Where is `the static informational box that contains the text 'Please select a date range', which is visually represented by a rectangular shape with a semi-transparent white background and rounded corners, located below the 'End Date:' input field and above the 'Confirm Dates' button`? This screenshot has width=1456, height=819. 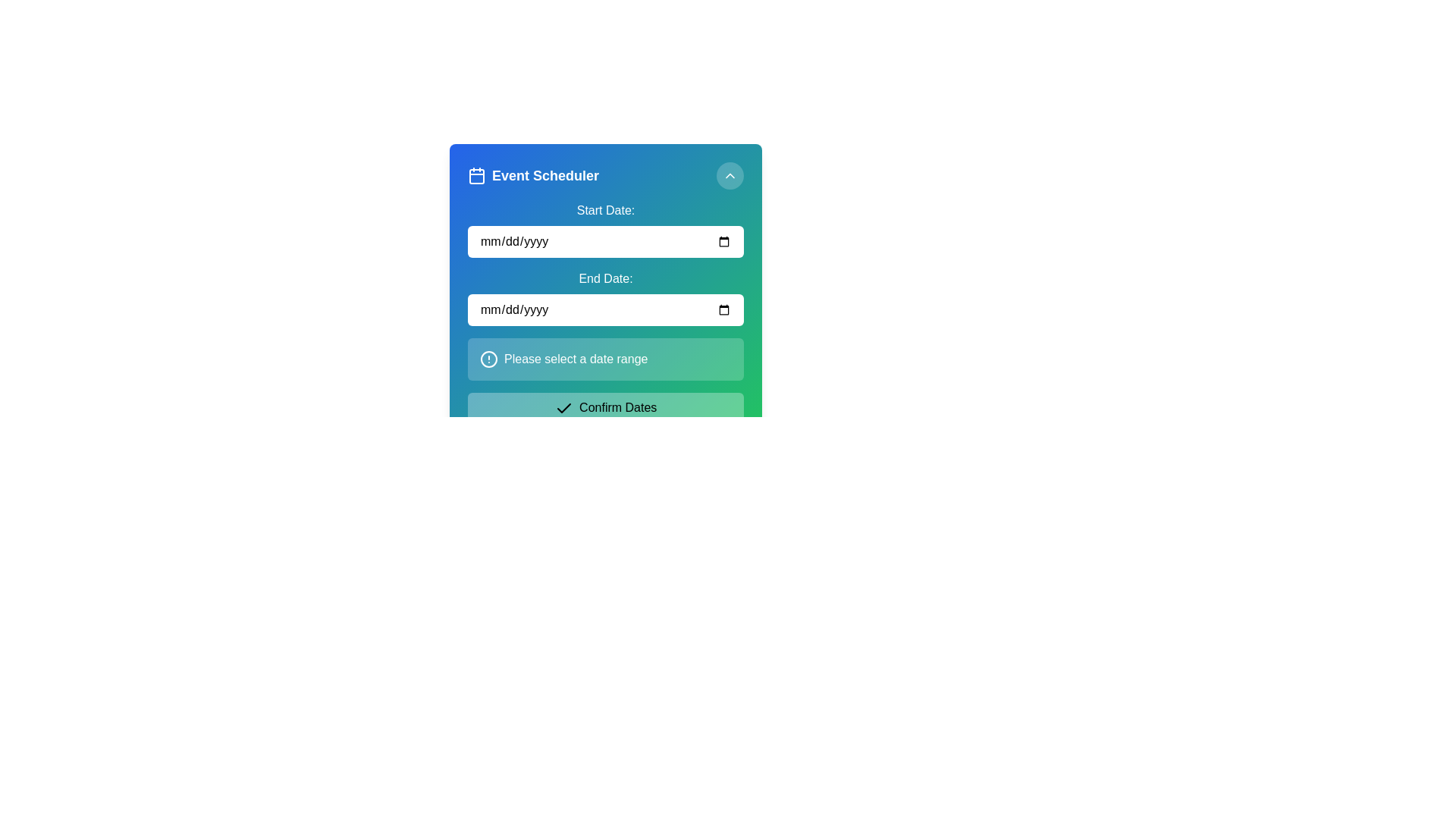 the static informational box that contains the text 'Please select a date range', which is visually represented by a rectangular shape with a semi-transparent white background and rounded corners, located below the 'End Date:' input field and above the 'Confirm Dates' button is located at coordinates (604, 359).